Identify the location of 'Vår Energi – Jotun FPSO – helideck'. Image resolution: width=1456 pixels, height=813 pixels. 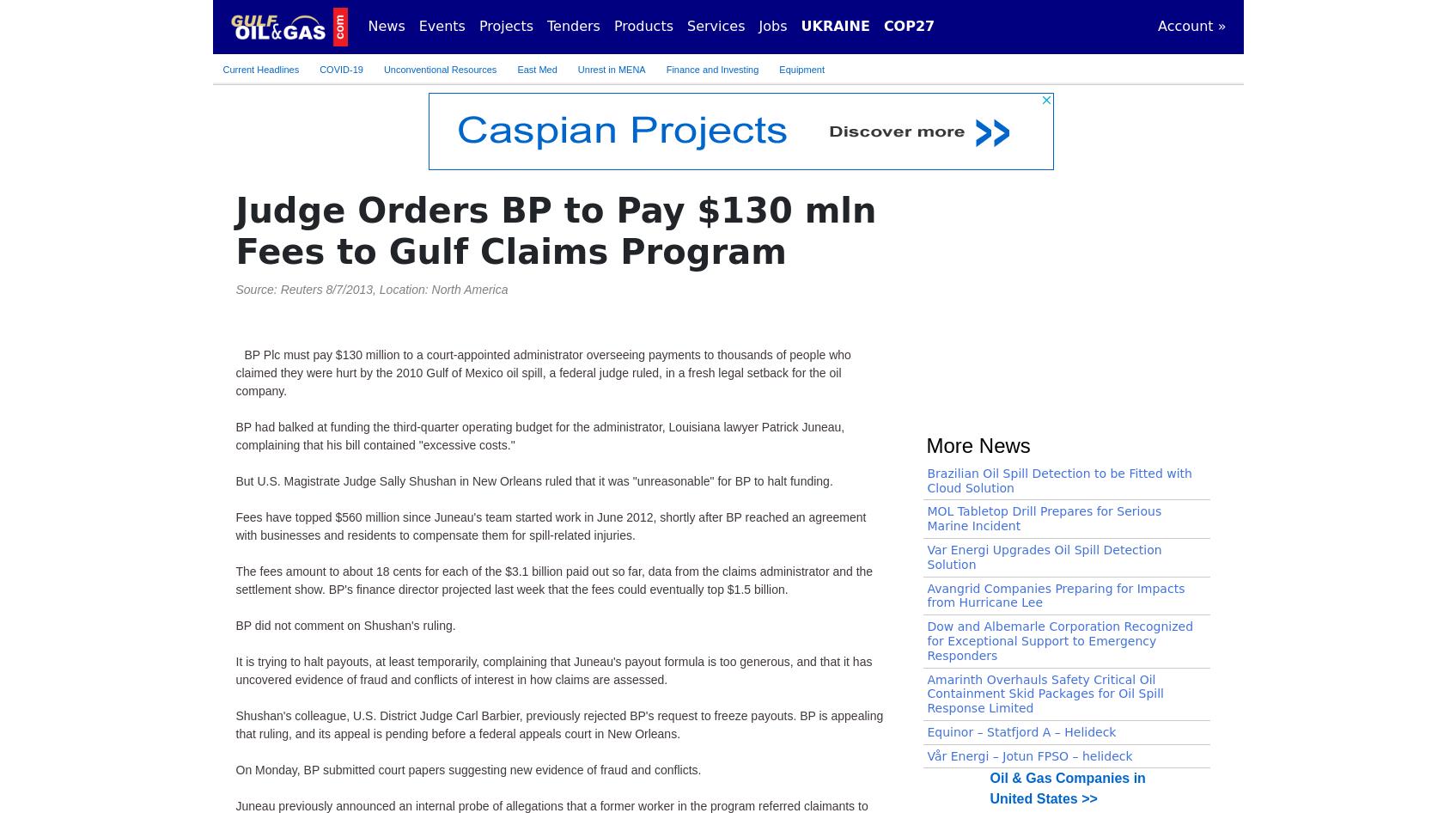
(1029, 76).